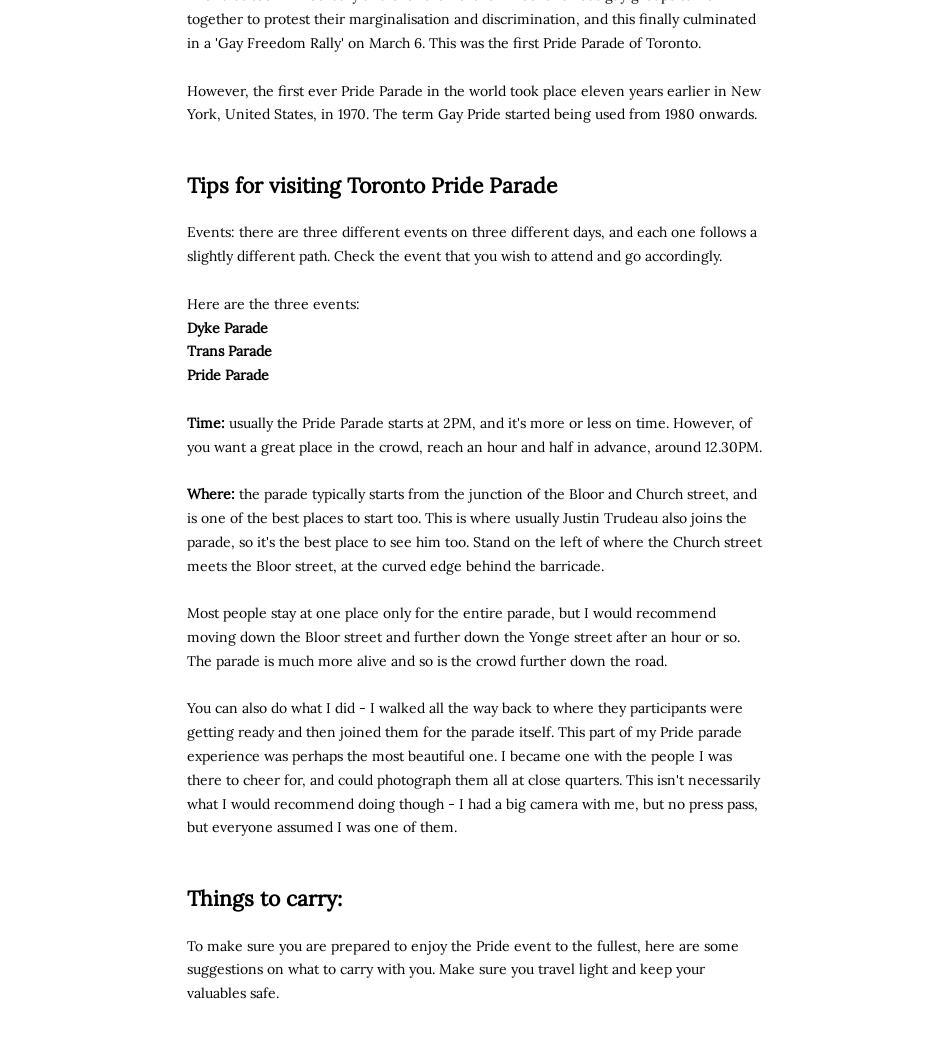 The image size is (950, 1037). I want to click on 'Things to carry:', so click(263, 898).